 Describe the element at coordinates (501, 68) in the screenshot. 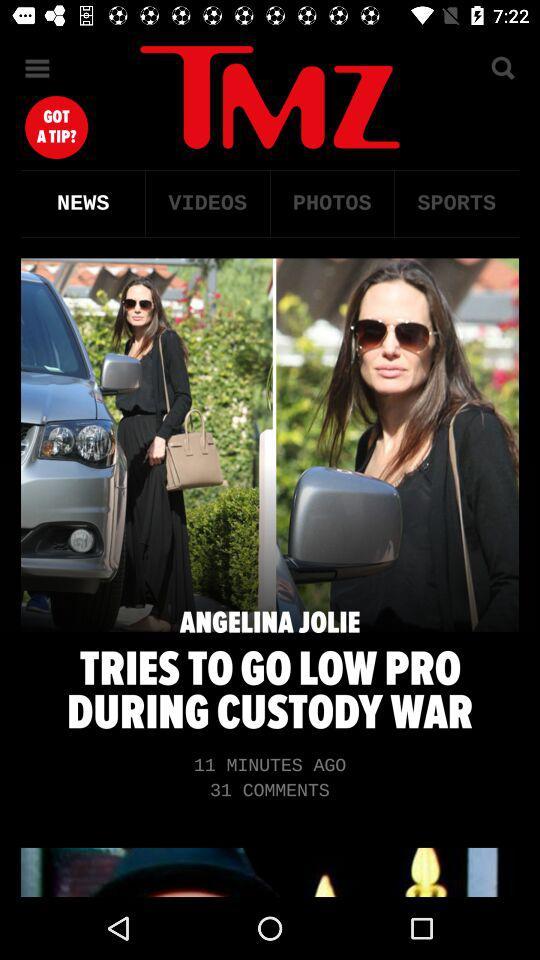

I see `the search icon` at that location.